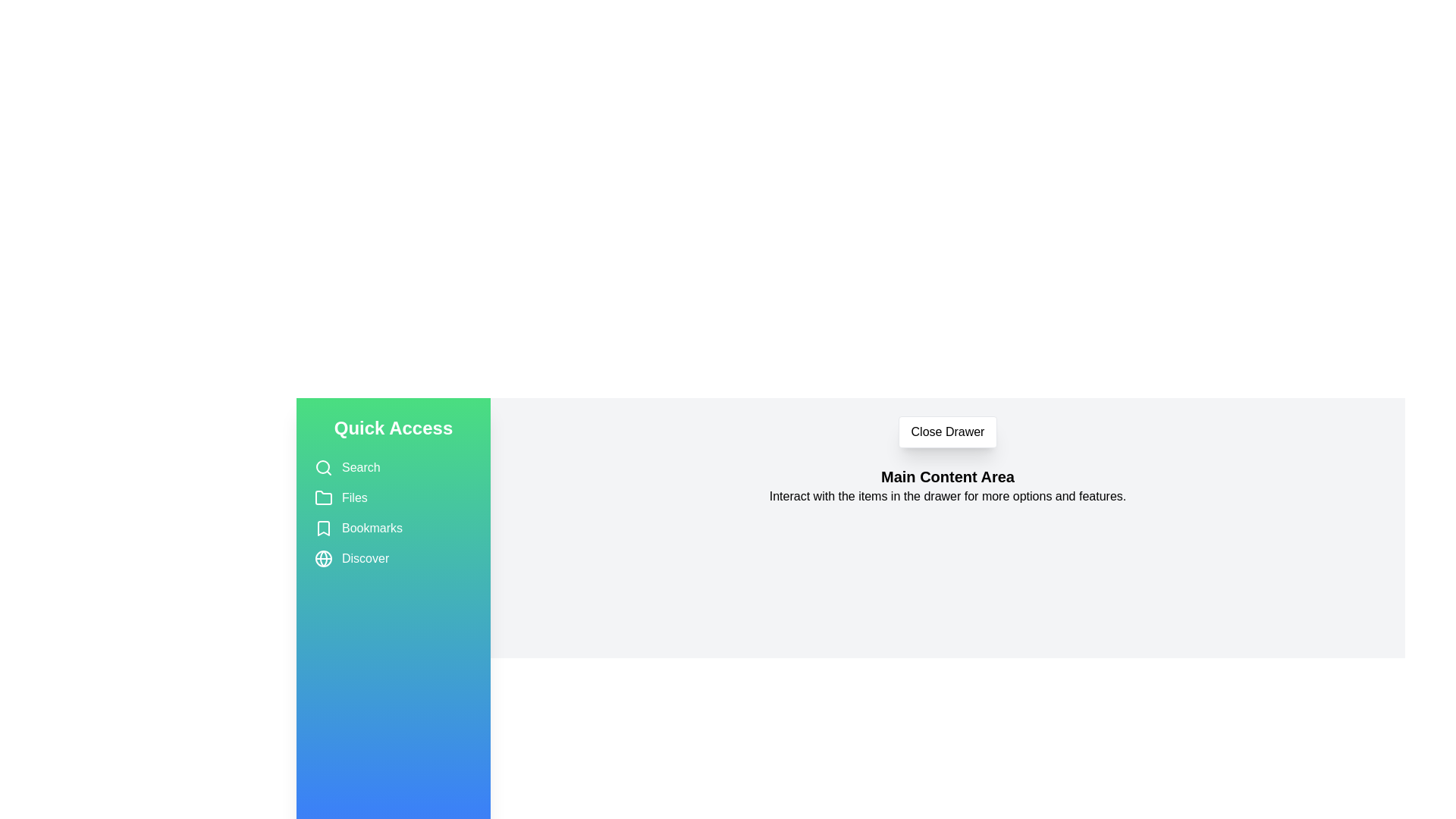 This screenshot has width=1456, height=819. Describe the element at coordinates (393, 467) in the screenshot. I see `the item Search in the drawer to select it` at that location.